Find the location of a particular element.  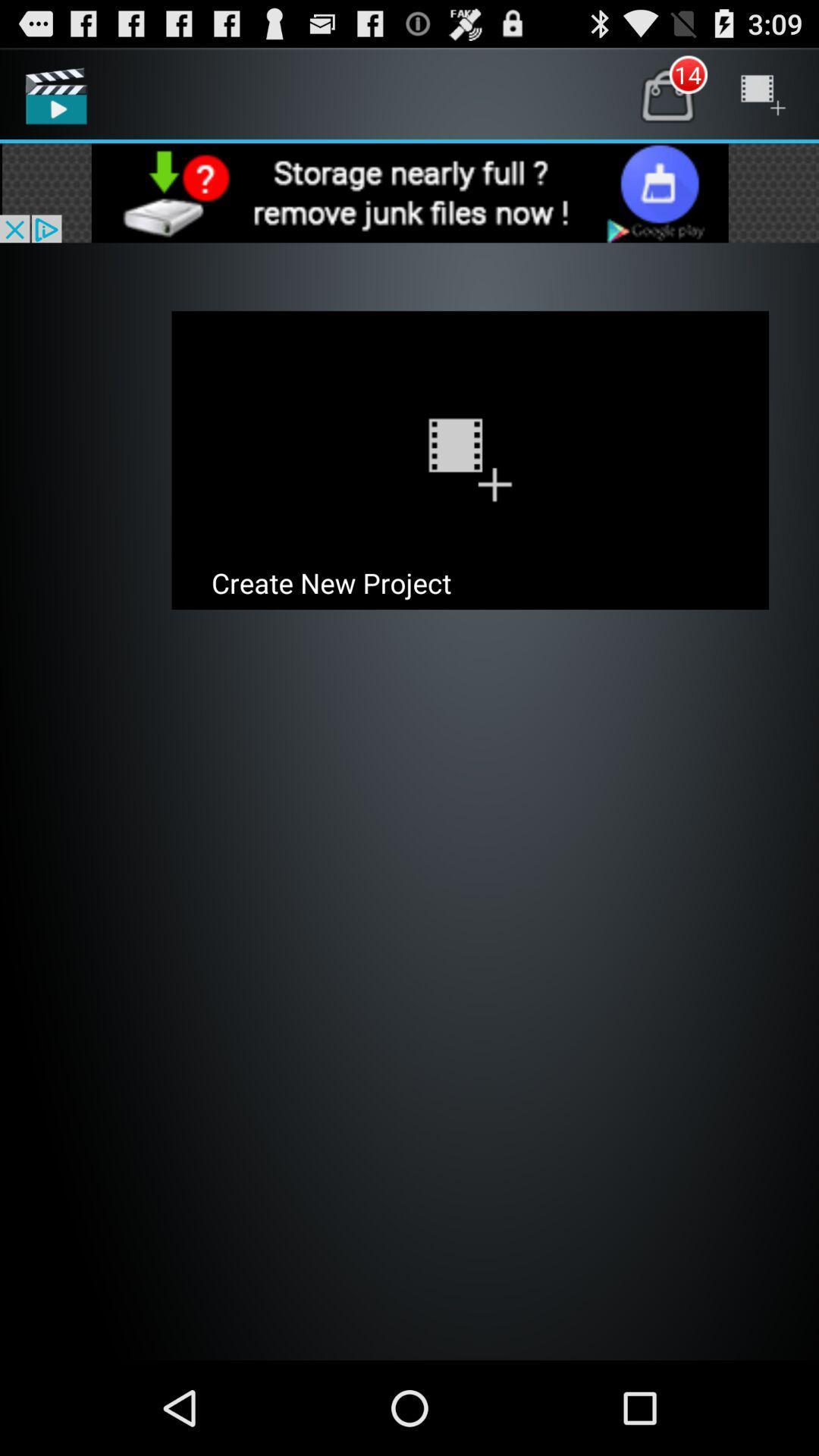

advertisements are displayed is located at coordinates (409, 192).